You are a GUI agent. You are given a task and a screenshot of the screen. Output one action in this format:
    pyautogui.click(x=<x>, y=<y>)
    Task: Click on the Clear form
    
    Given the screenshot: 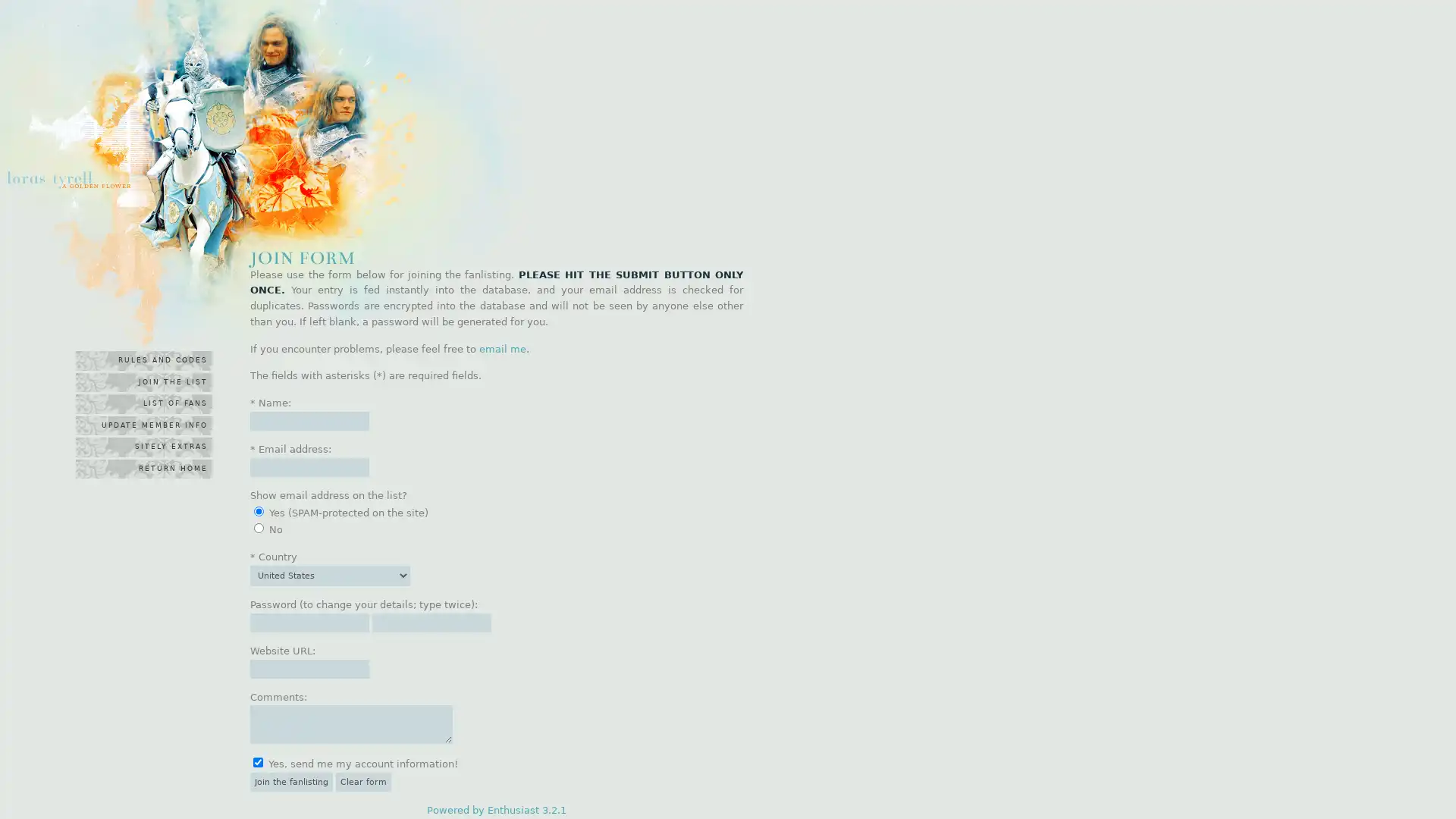 What is the action you would take?
    pyautogui.click(x=362, y=782)
    